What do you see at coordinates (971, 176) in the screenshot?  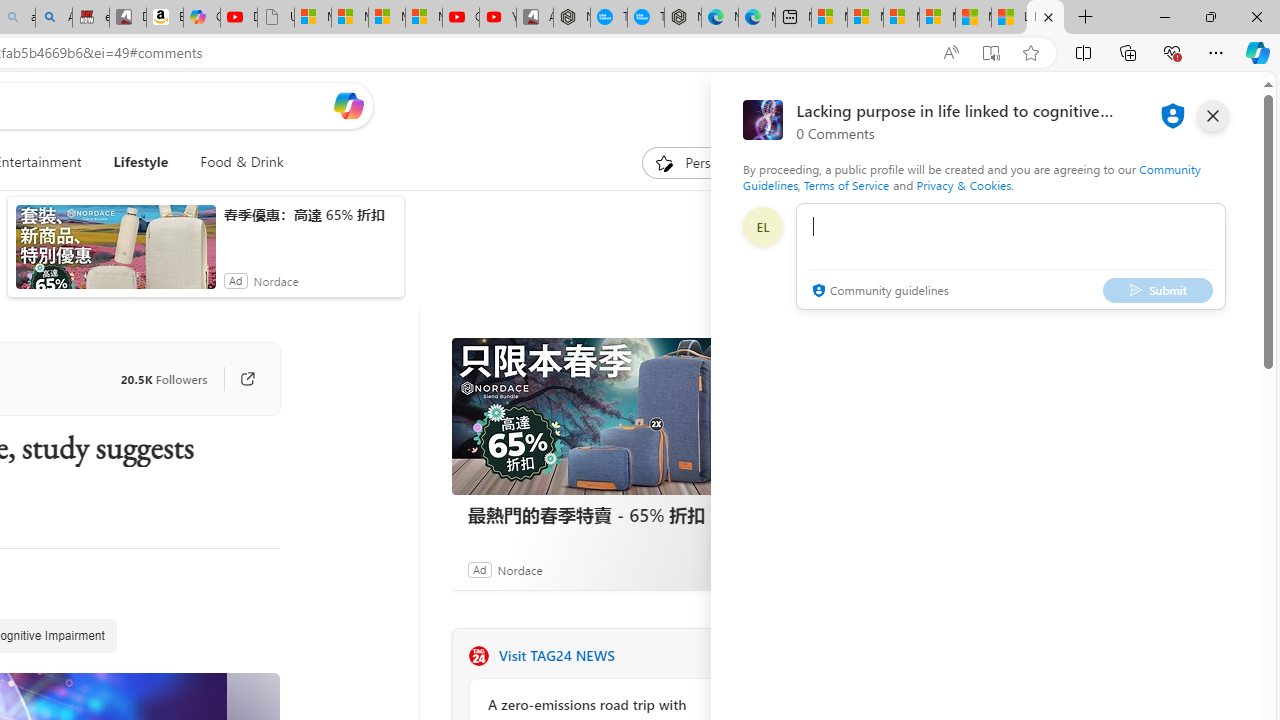 I see `'Community Guidelines'` at bounding box center [971, 176].